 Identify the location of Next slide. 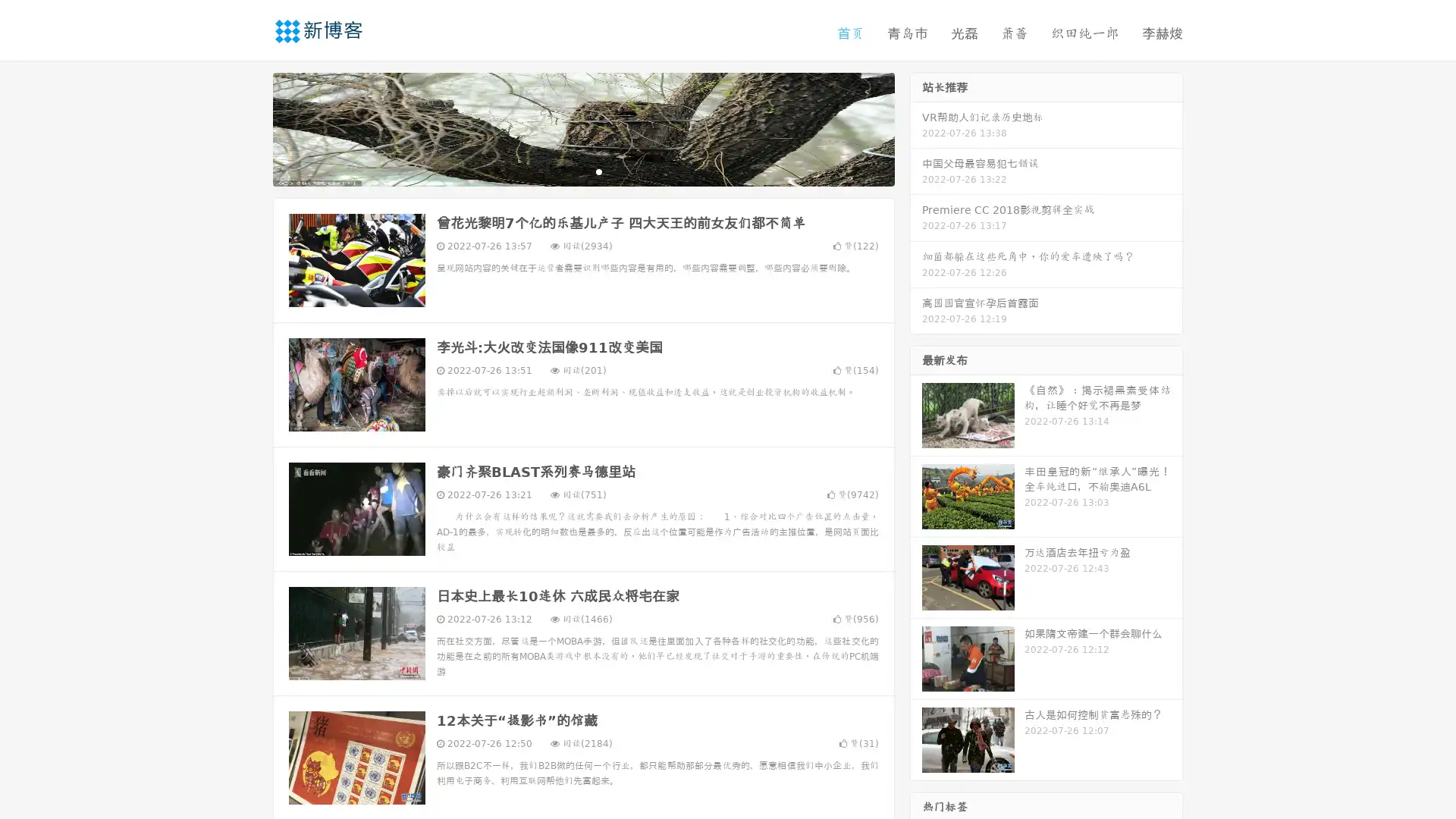
(916, 127).